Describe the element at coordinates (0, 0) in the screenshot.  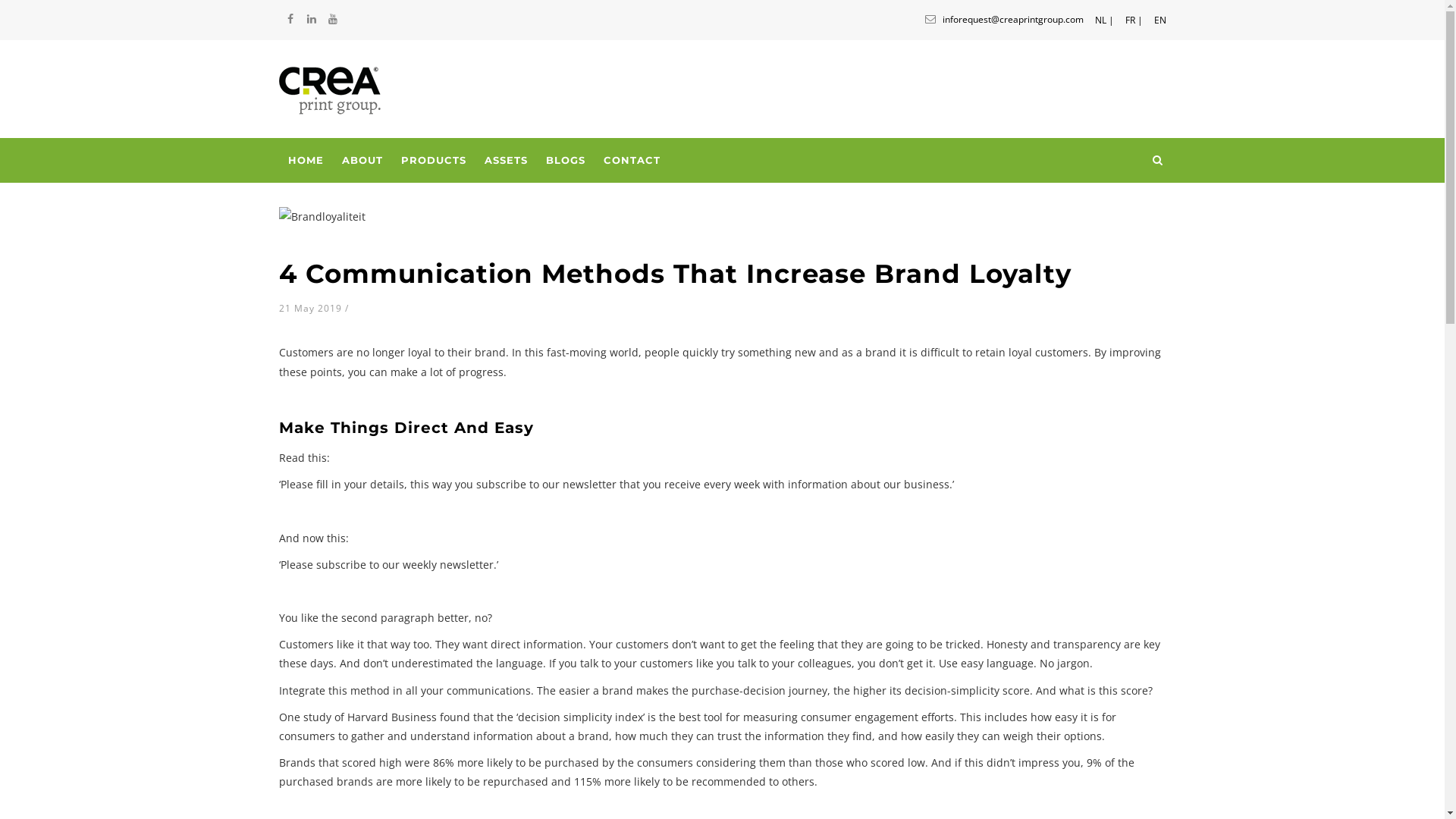
I see `'Skip to main content'` at that location.